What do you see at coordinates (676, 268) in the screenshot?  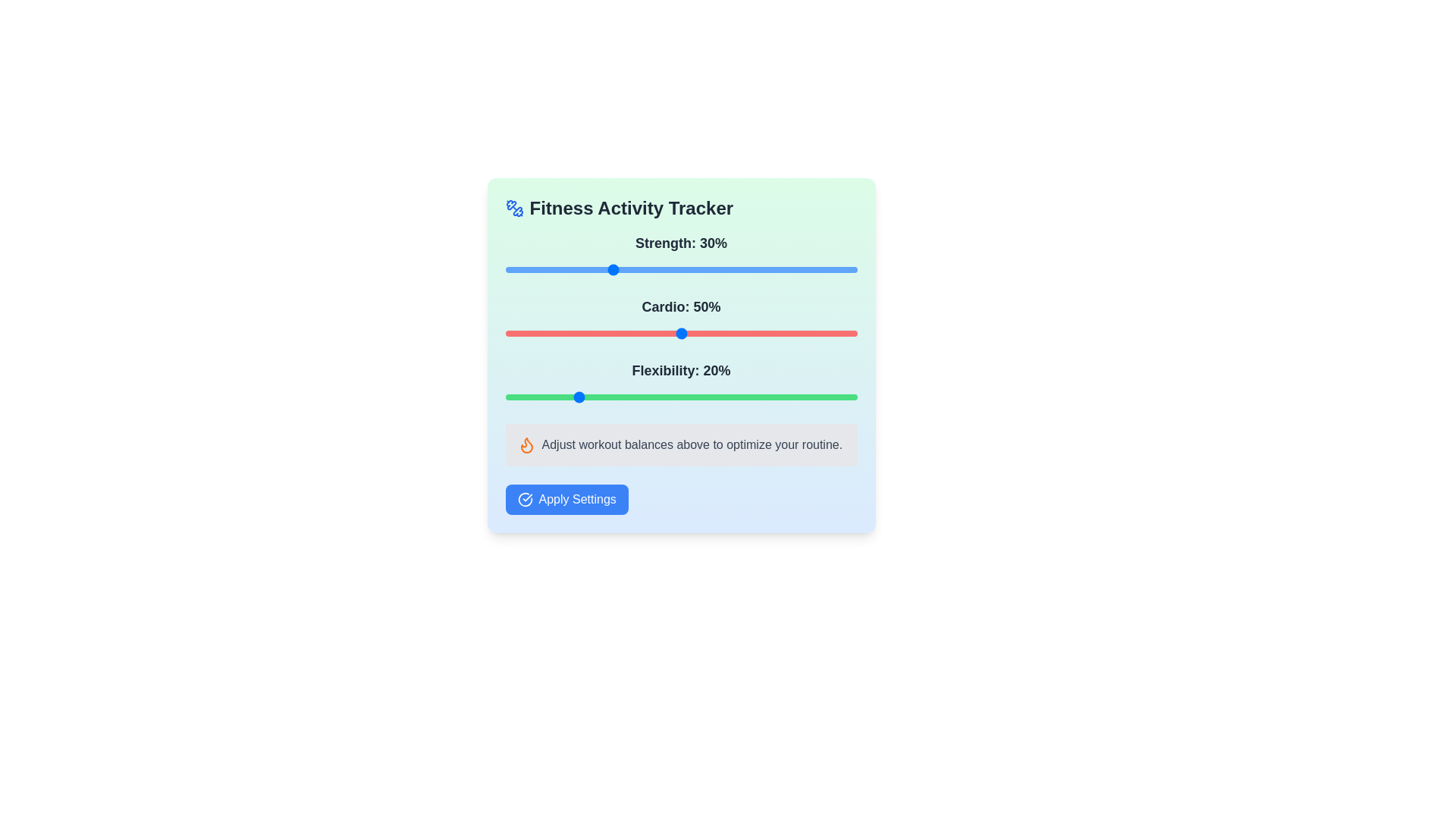 I see `the strength value` at bounding box center [676, 268].